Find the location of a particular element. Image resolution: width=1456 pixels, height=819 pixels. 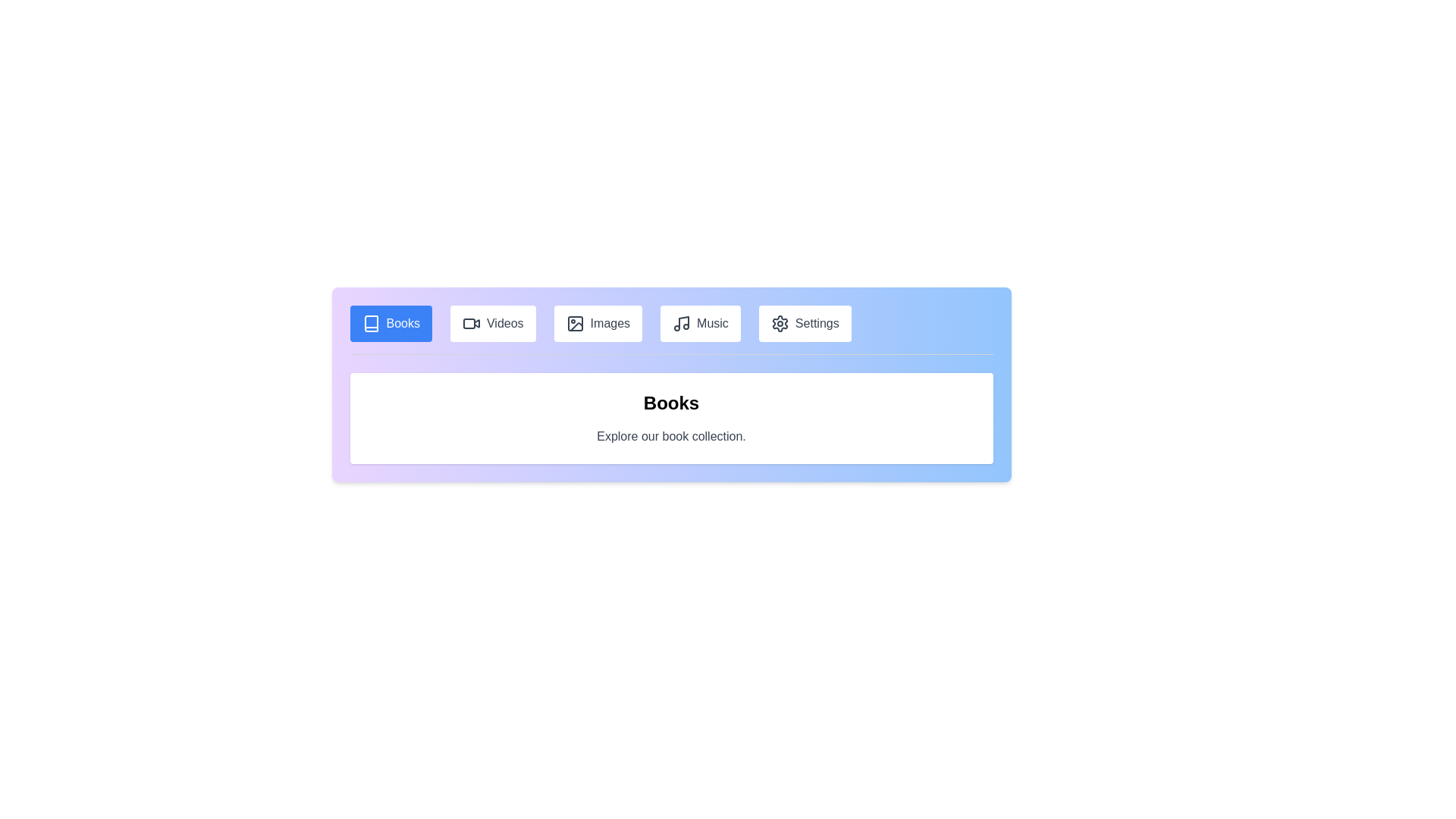

the Music tab by clicking on its button is located at coordinates (698, 323).